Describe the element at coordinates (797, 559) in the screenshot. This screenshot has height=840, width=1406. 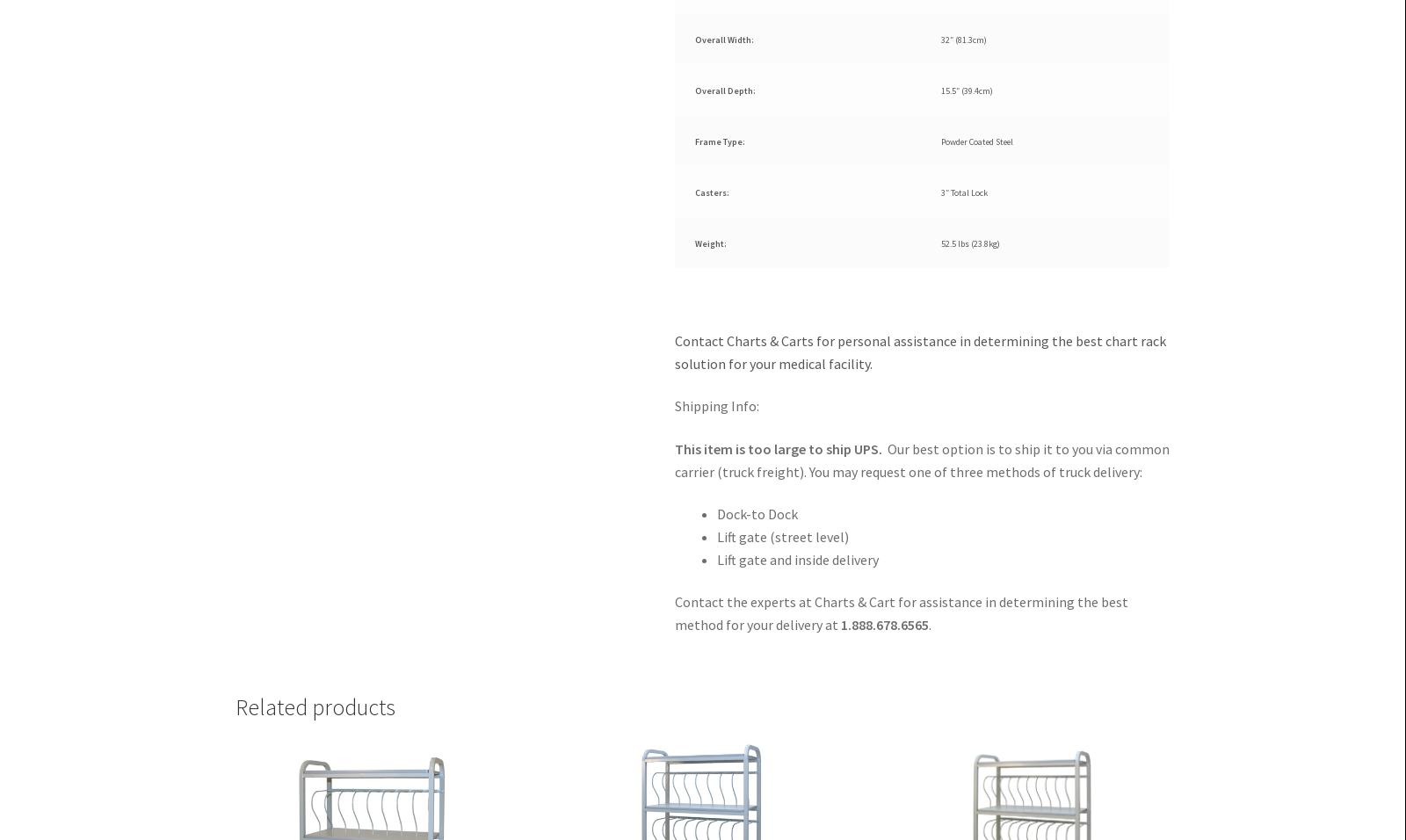
I see `'Lift gate and inside delivery'` at that location.